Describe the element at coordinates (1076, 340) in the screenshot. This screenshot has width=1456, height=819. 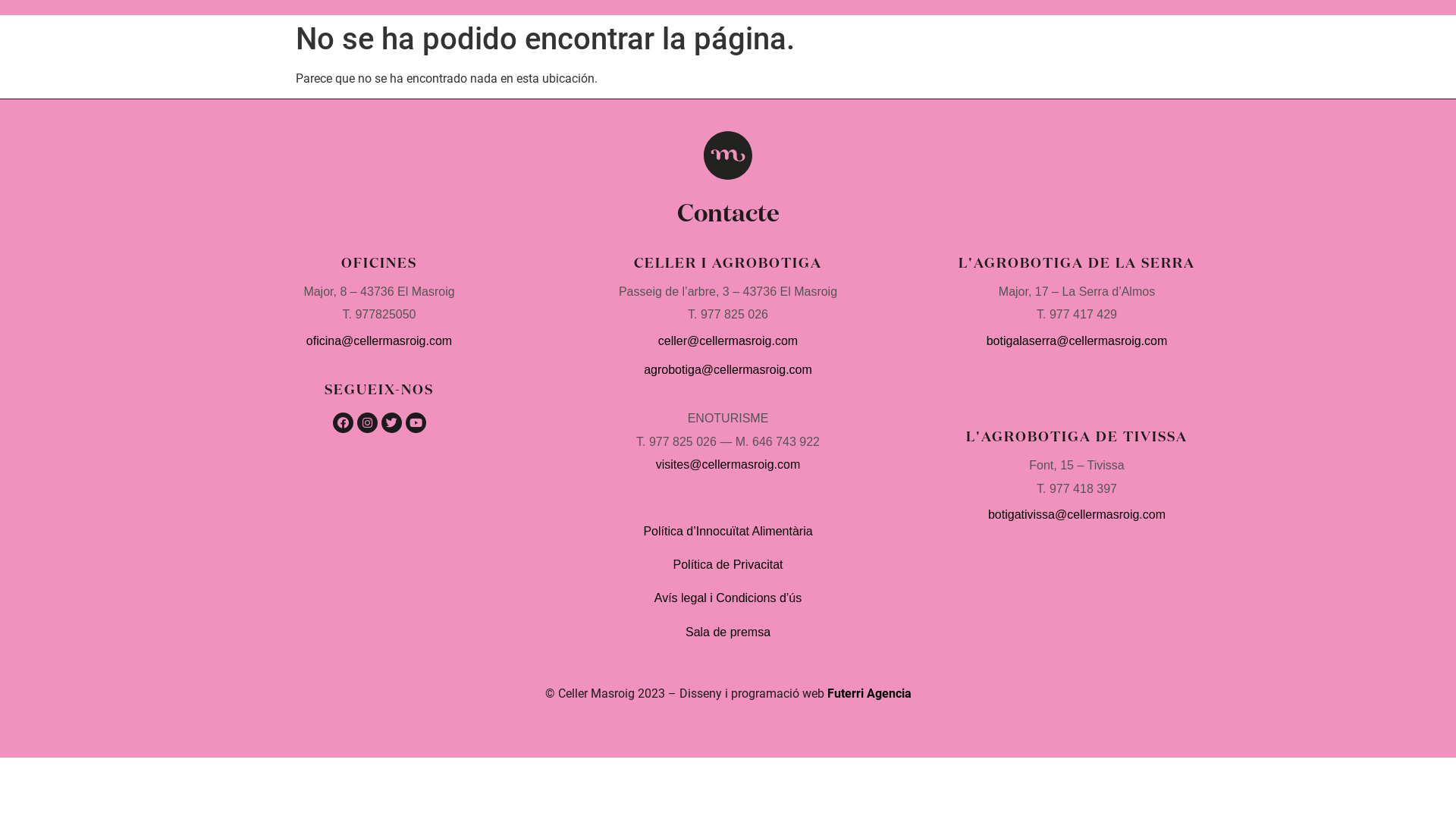
I see `'botigalaserra@cellermasroig.com'` at that location.